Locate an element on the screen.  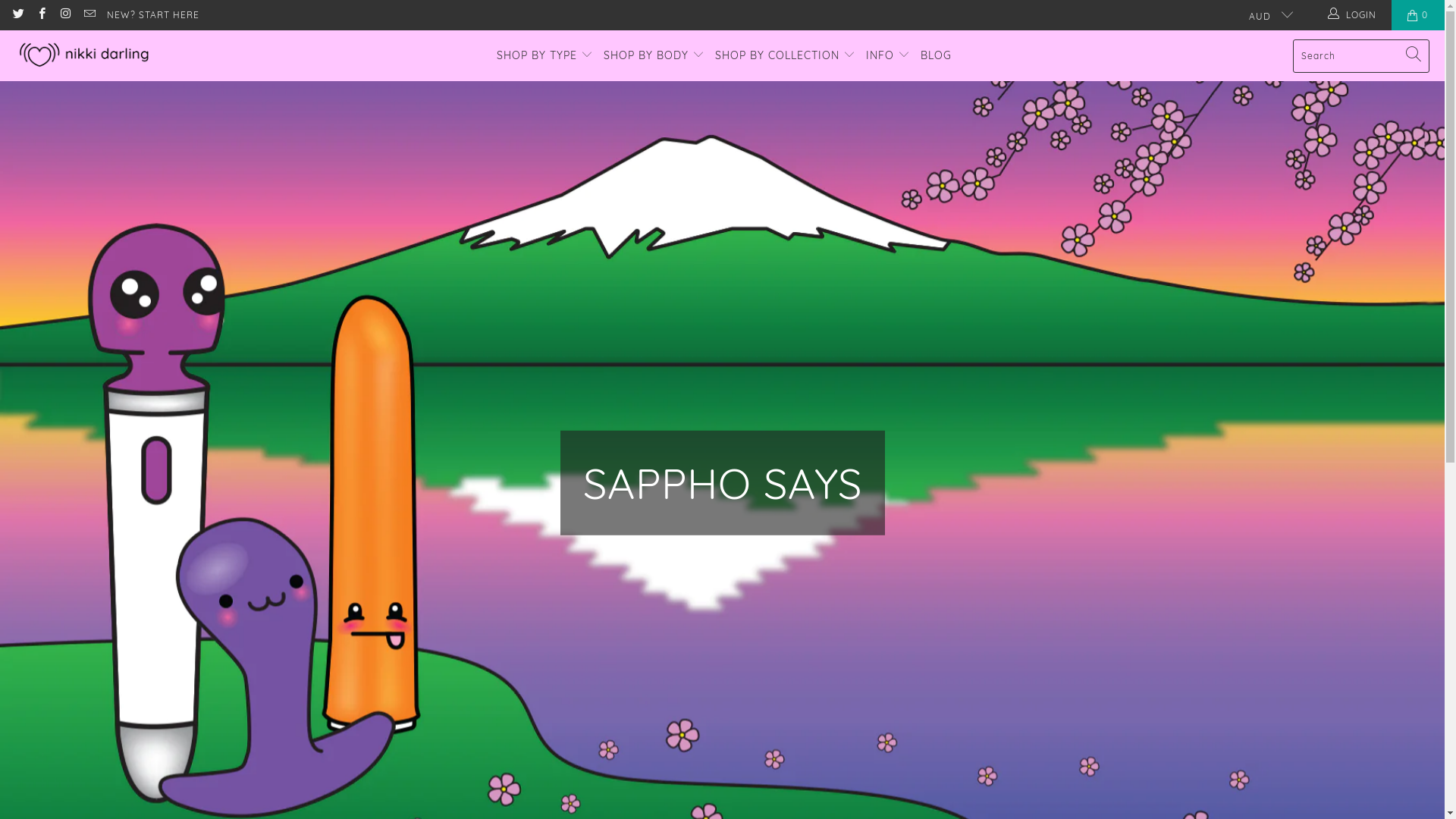
'INFO' is located at coordinates (888, 55).